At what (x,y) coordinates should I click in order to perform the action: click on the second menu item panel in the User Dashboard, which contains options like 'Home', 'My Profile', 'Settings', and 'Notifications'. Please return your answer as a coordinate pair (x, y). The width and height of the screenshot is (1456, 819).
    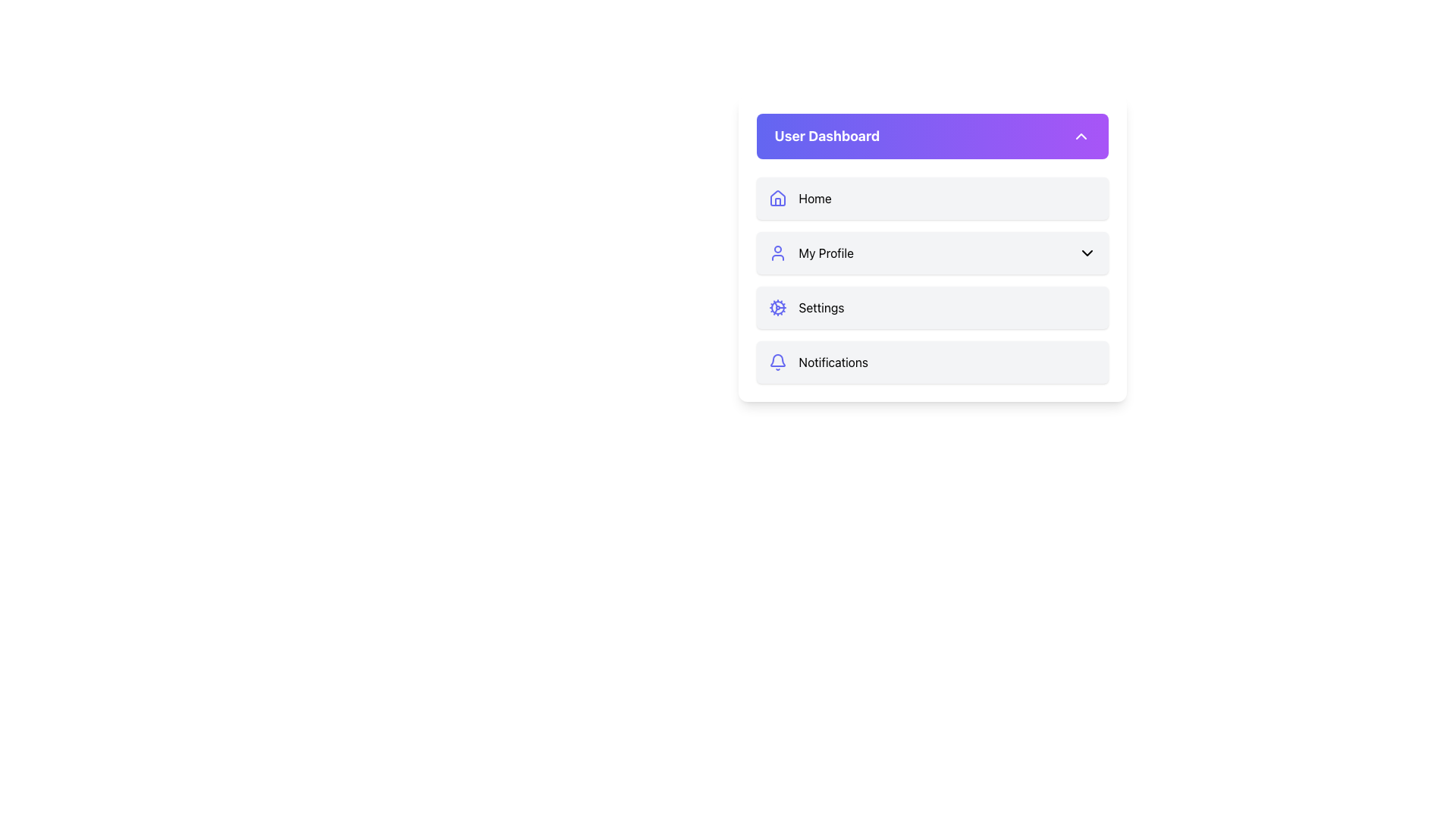
    Looking at the image, I should click on (931, 247).